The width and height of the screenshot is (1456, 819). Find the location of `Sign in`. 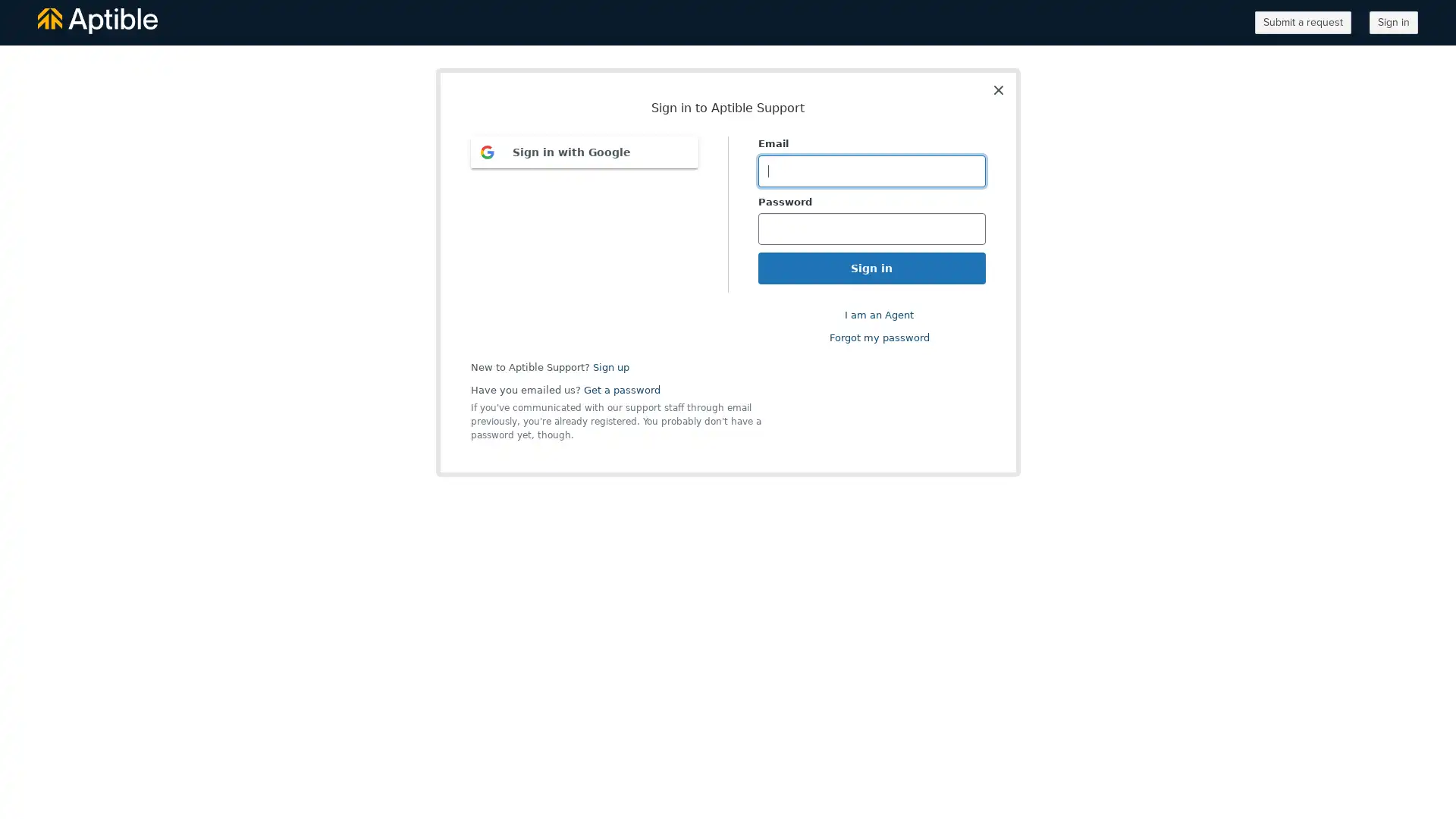

Sign in is located at coordinates (1394, 23).